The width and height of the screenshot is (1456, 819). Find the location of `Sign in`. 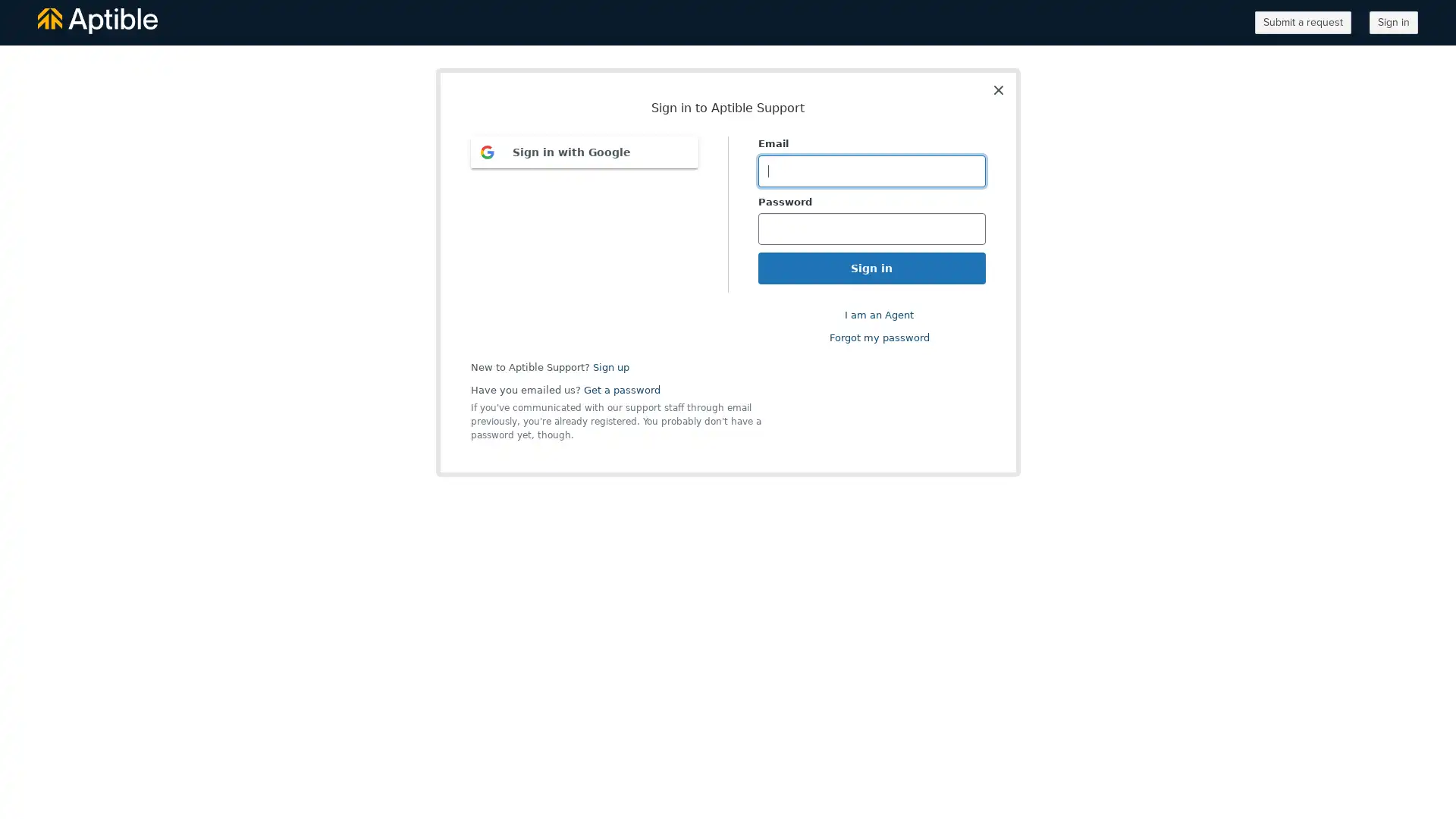

Sign in is located at coordinates (1394, 23).